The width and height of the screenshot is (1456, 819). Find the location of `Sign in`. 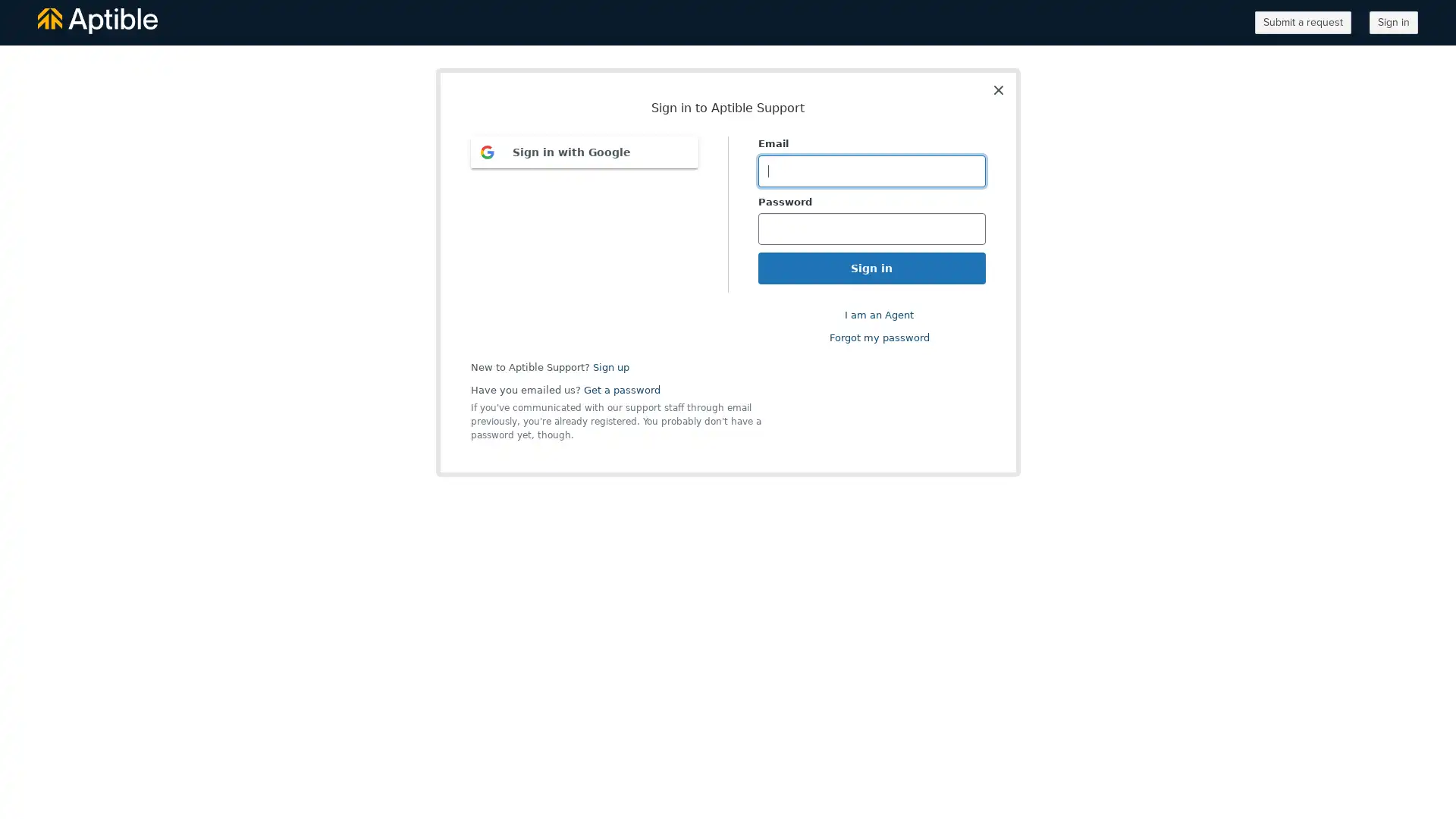

Sign in is located at coordinates (1394, 23).